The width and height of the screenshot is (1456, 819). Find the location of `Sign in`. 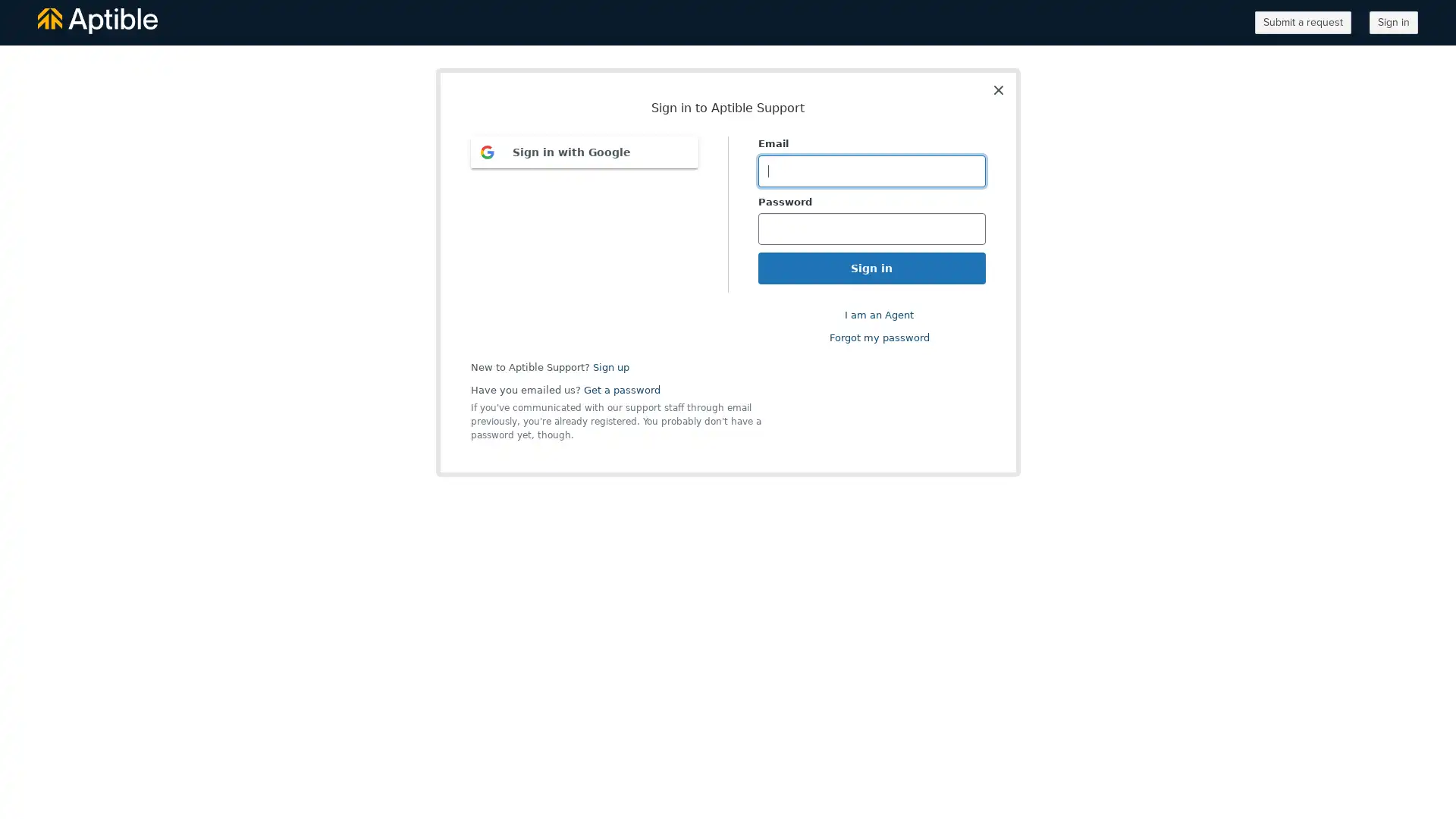

Sign in is located at coordinates (1394, 23).